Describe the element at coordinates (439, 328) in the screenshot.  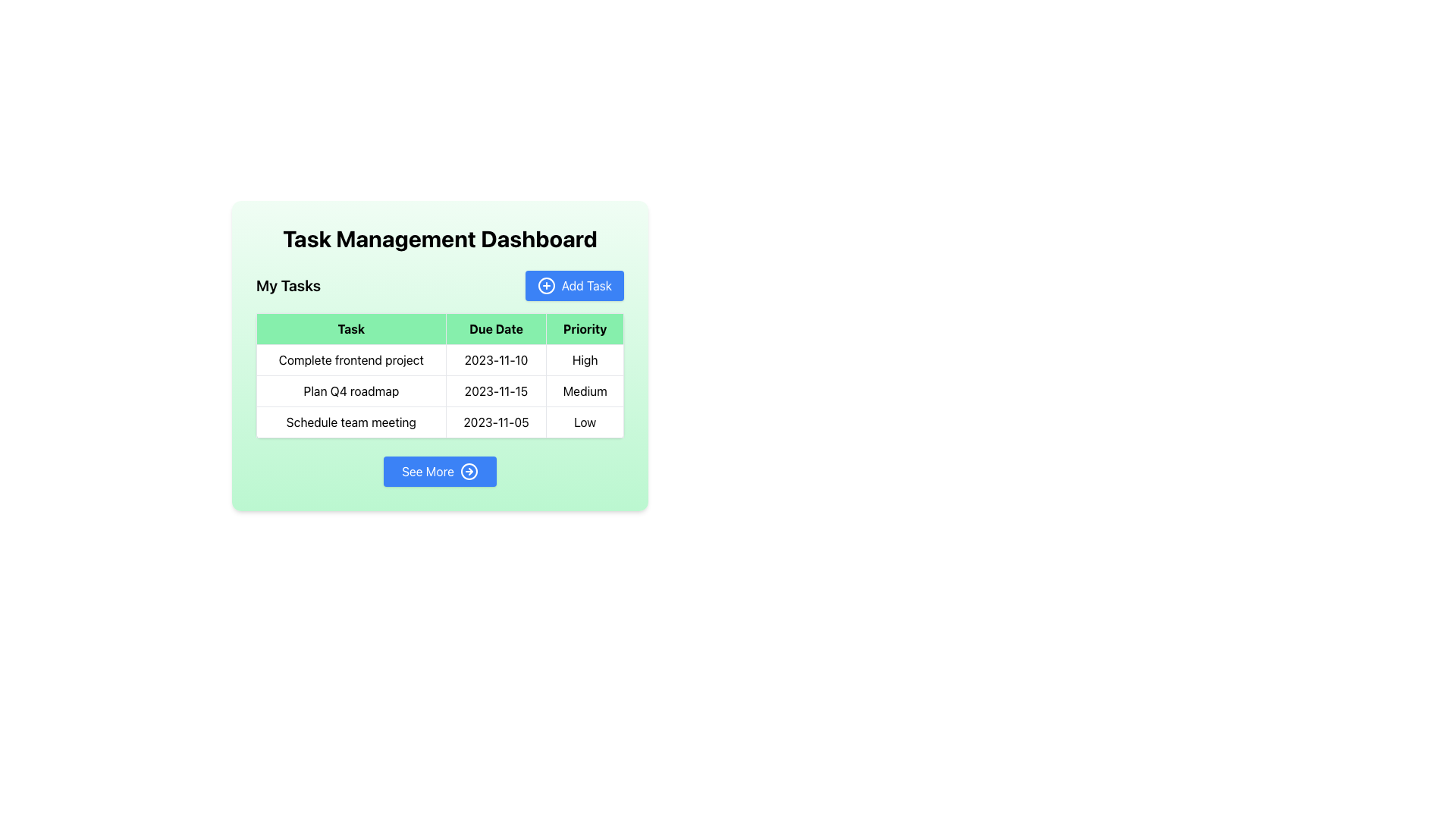
I see `the Table Header Row of the task management table located below 'My Tasks' and above the task entries` at that location.